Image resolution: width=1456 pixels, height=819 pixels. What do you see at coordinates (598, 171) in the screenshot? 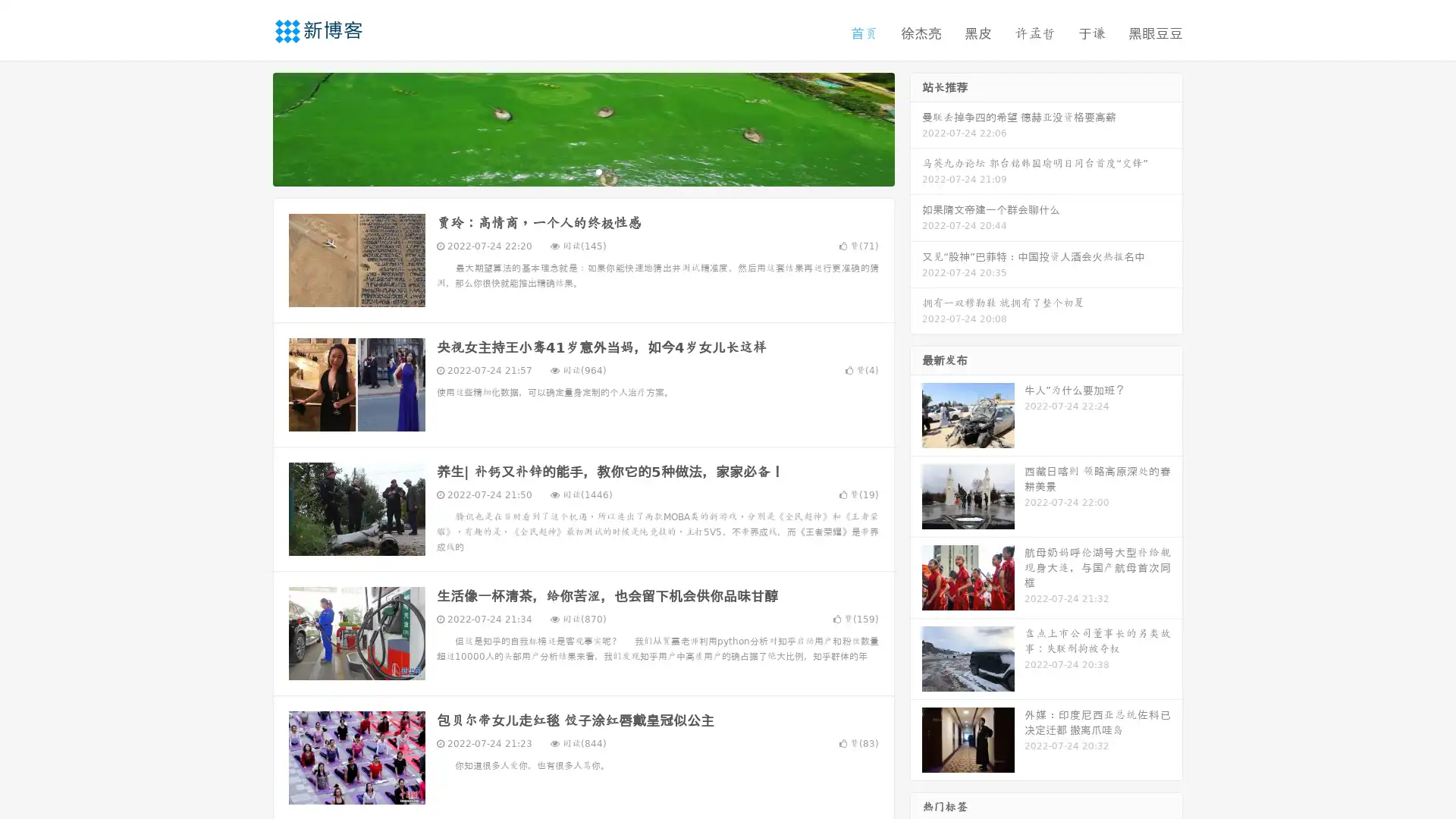
I see `Go to slide 3` at bounding box center [598, 171].